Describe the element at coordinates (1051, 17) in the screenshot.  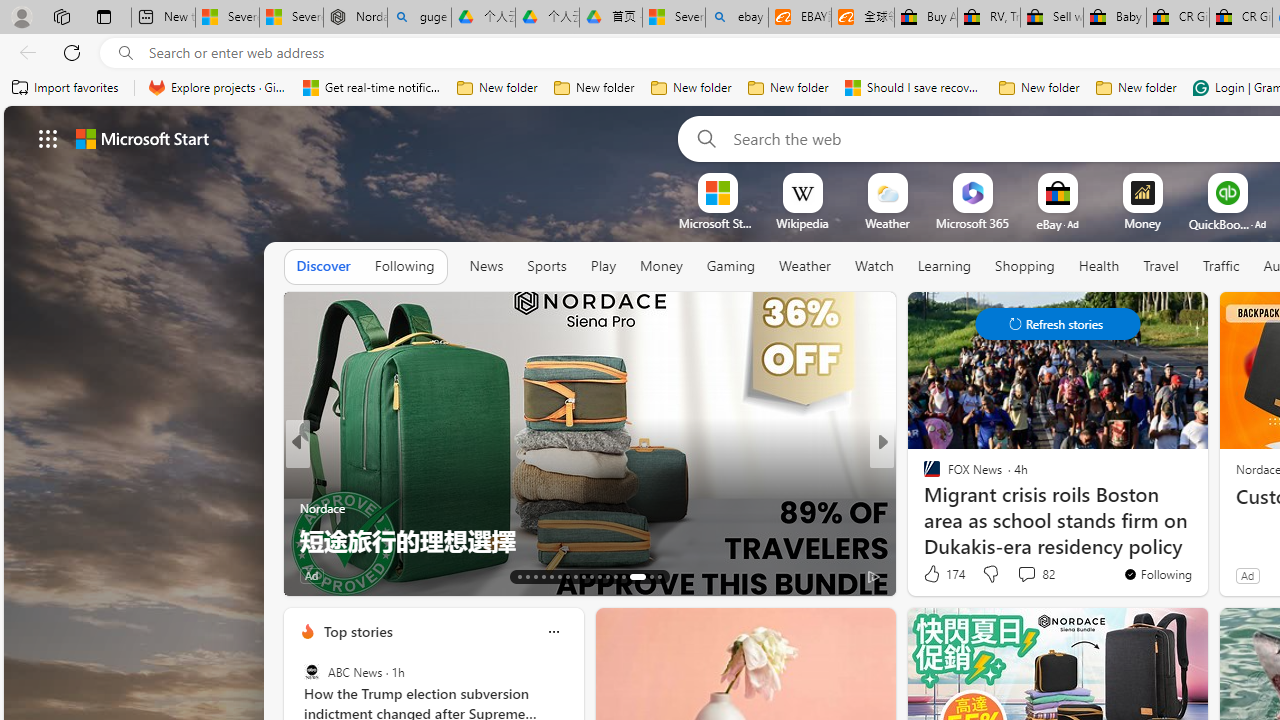
I see `'Sell worldwide with eBay'` at that location.